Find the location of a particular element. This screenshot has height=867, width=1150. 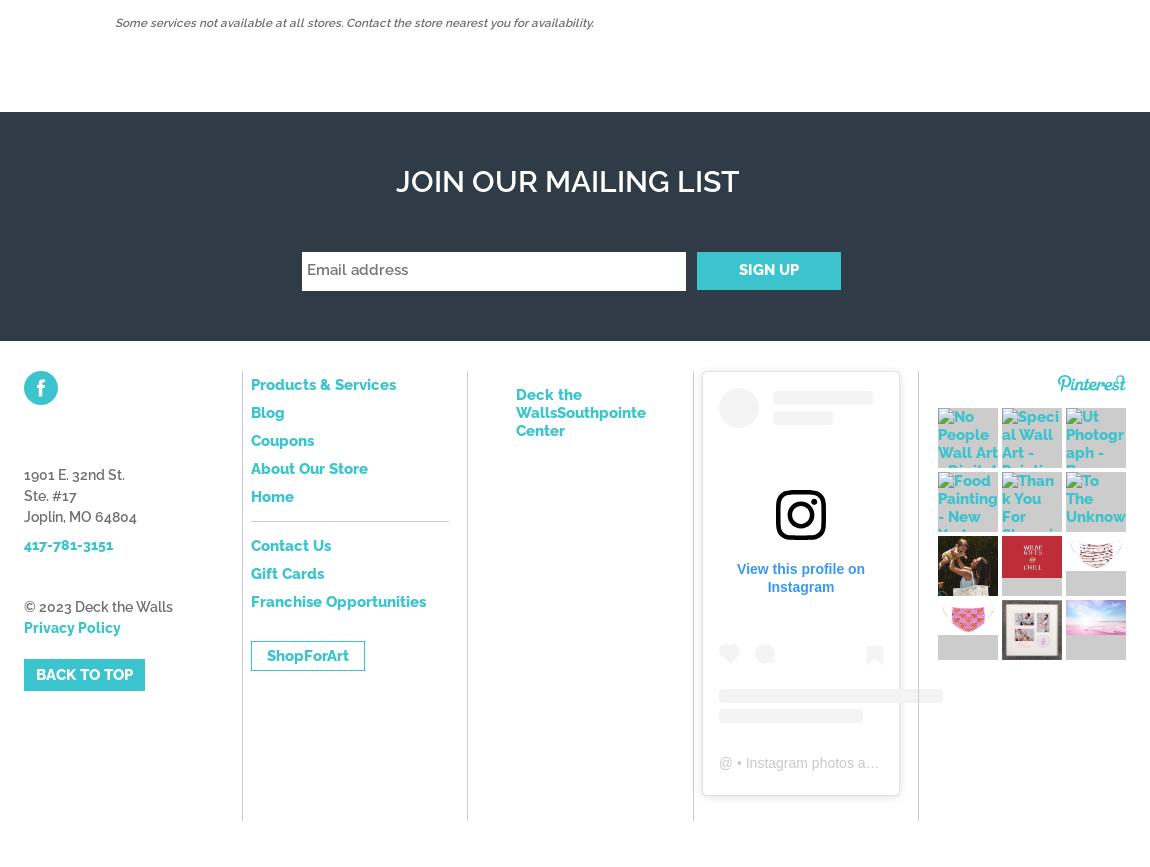

'Blog' is located at coordinates (249, 411).